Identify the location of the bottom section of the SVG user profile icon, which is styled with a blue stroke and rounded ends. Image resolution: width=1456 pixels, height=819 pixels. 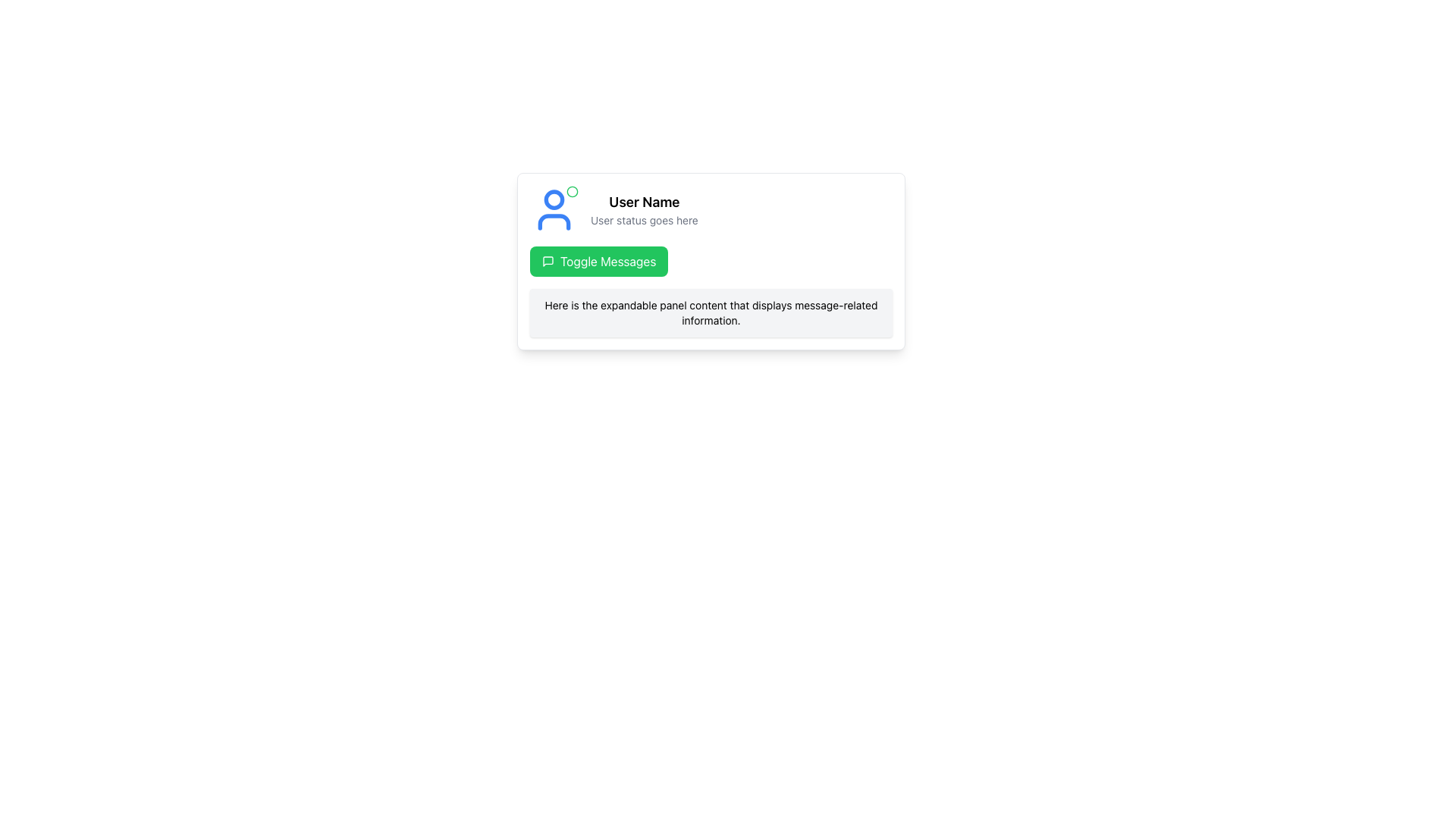
(553, 222).